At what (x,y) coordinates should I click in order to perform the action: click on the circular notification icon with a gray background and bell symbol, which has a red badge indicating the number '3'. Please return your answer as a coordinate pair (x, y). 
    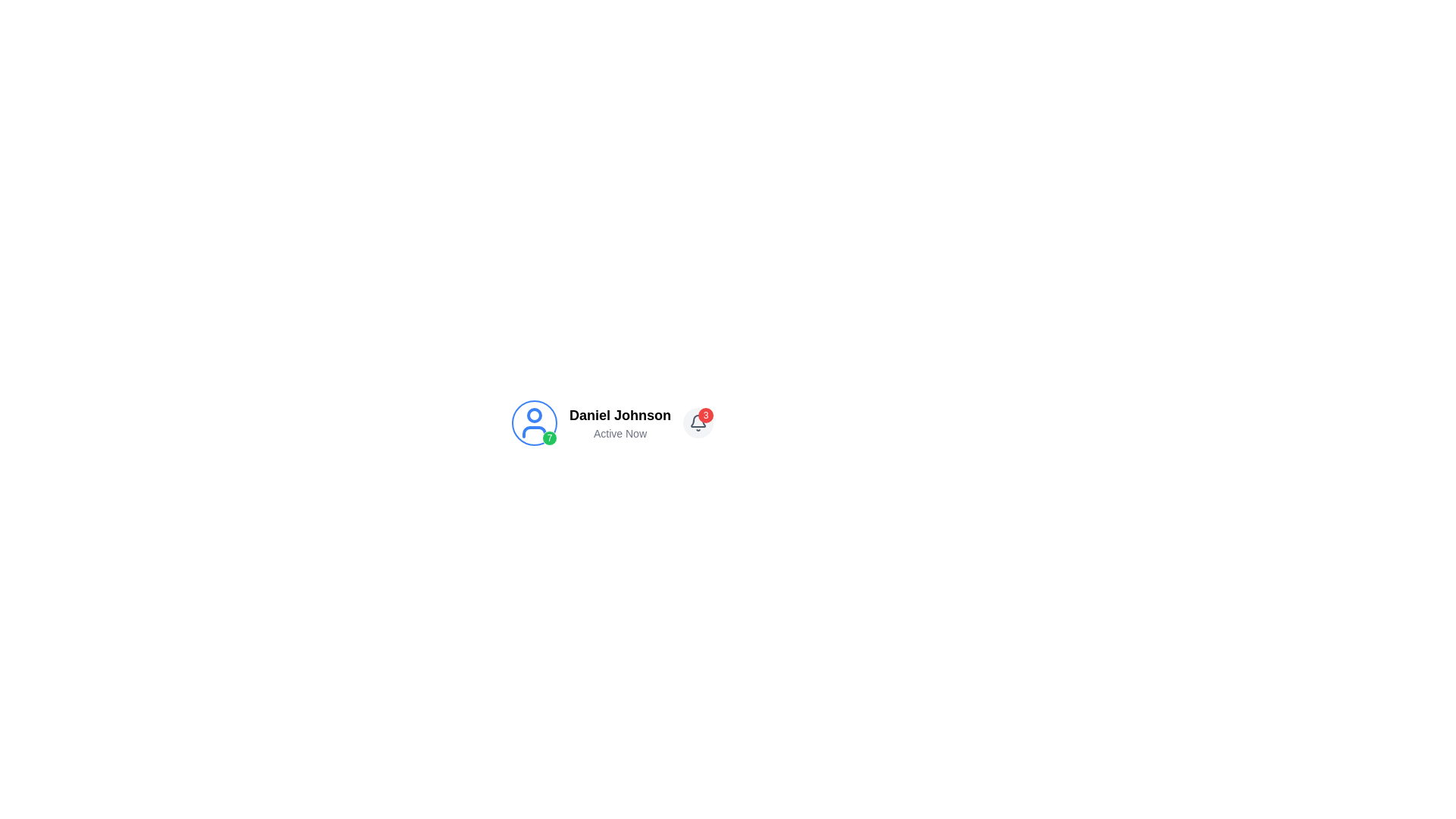
    Looking at the image, I should click on (698, 423).